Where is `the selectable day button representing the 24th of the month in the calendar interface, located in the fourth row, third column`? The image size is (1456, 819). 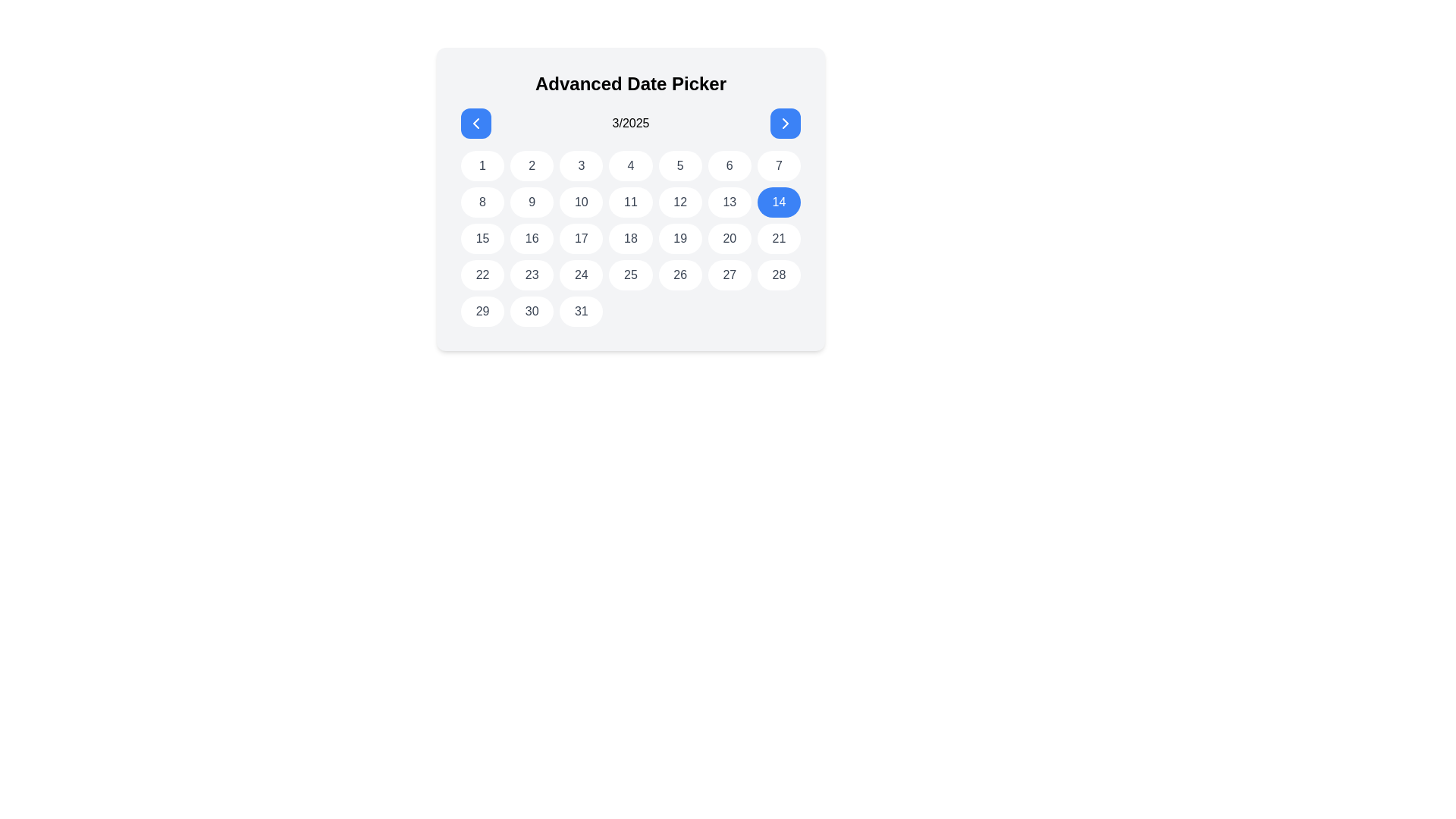 the selectable day button representing the 24th of the month in the calendar interface, located in the fourth row, third column is located at coordinates (580, 275).